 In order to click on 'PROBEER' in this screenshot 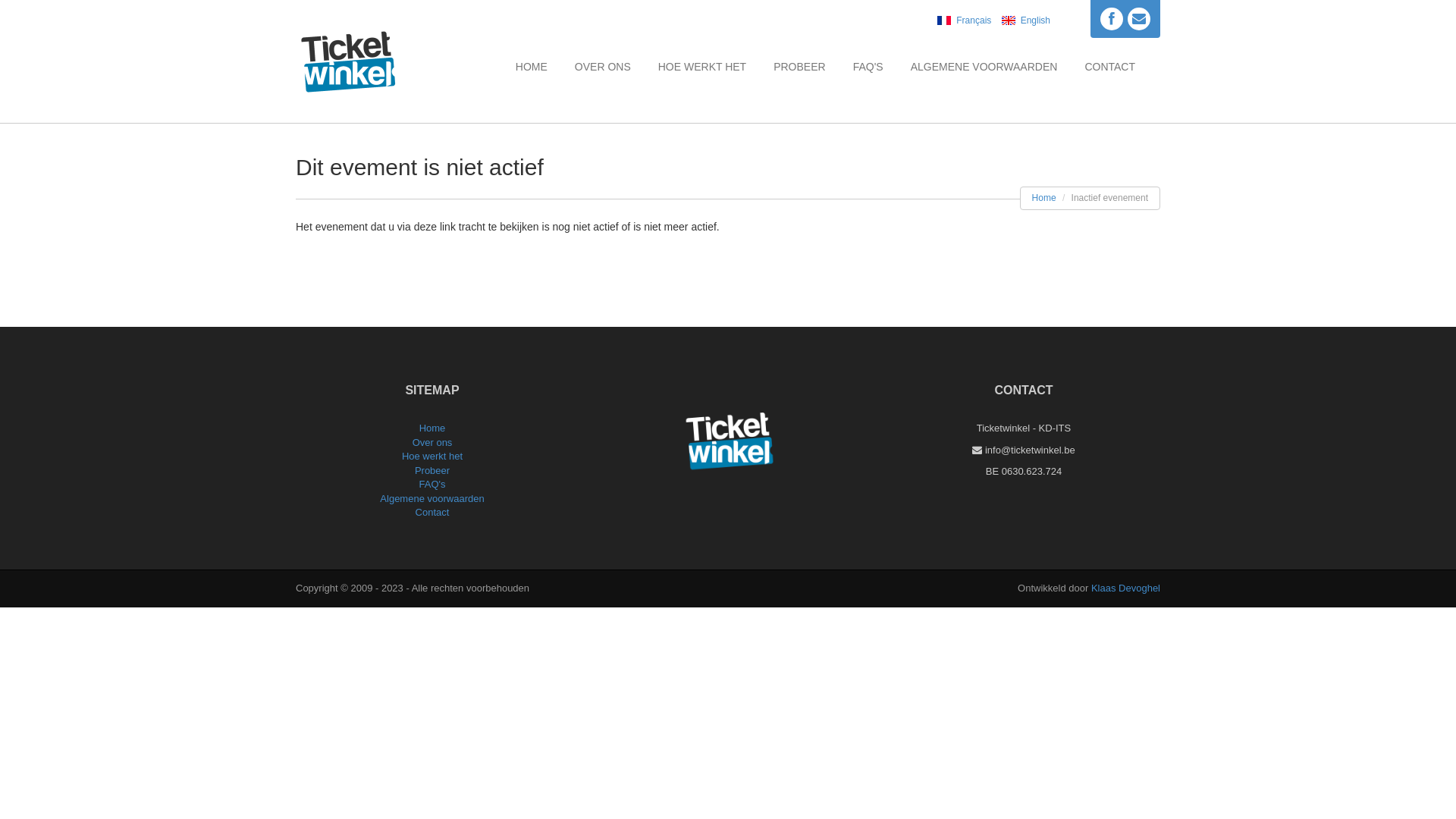, I will do `click(799, 66)`.